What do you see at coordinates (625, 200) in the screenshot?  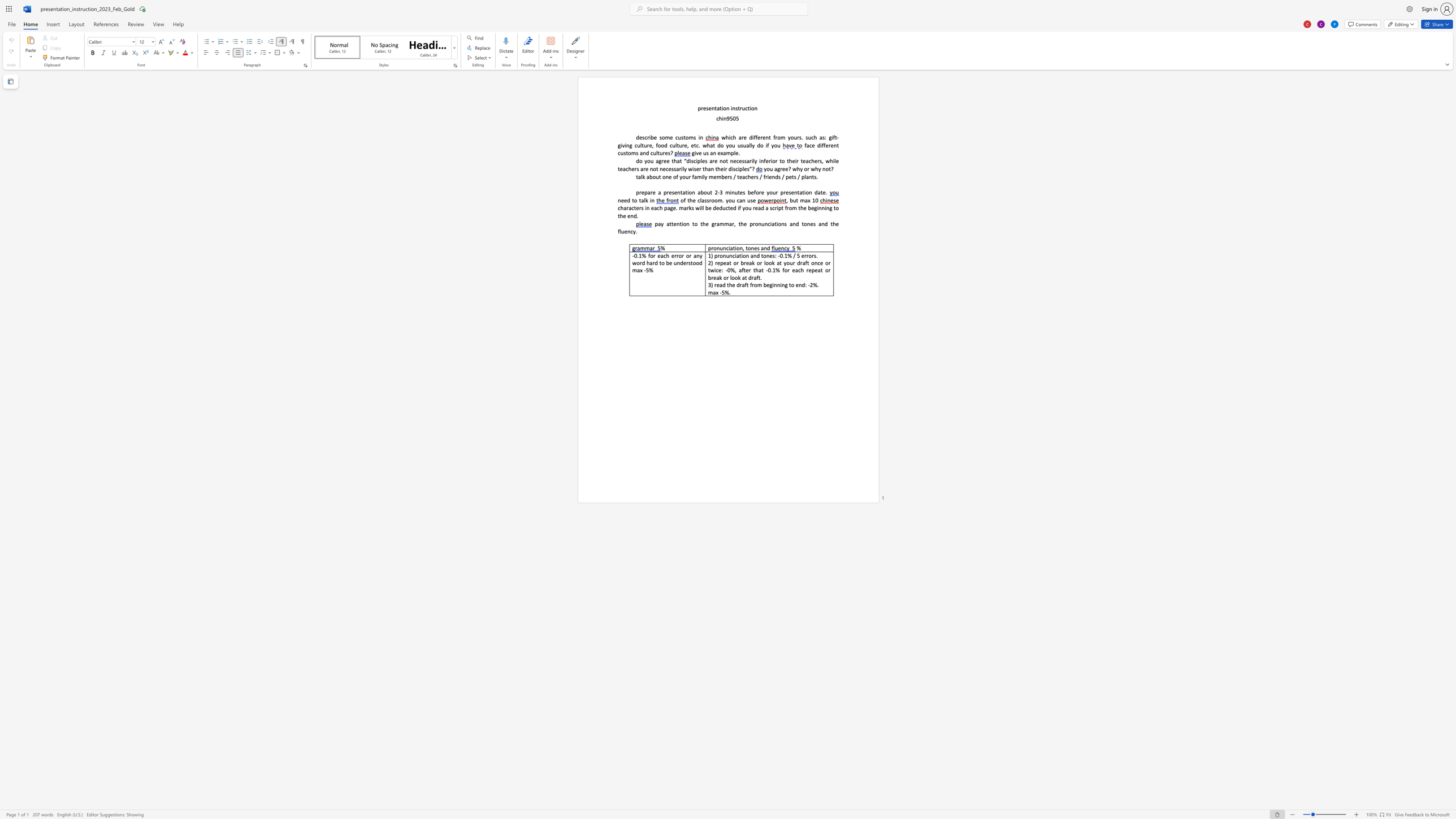 I see `the 2th character "e" in the text` at bounding box center [625, 200].